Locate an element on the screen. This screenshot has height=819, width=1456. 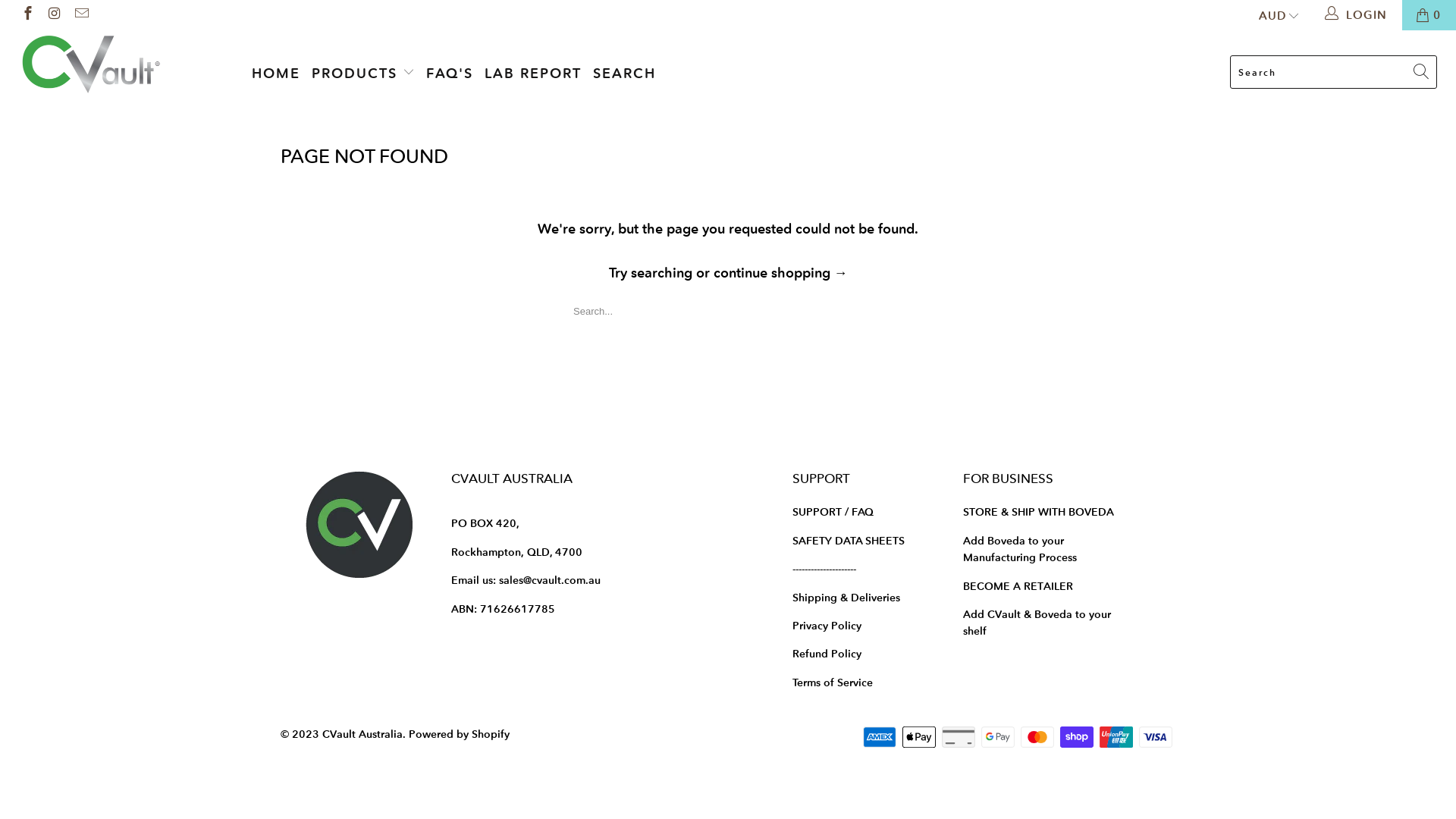
'Powered by Shopify' is located at coordinates (458, 733).